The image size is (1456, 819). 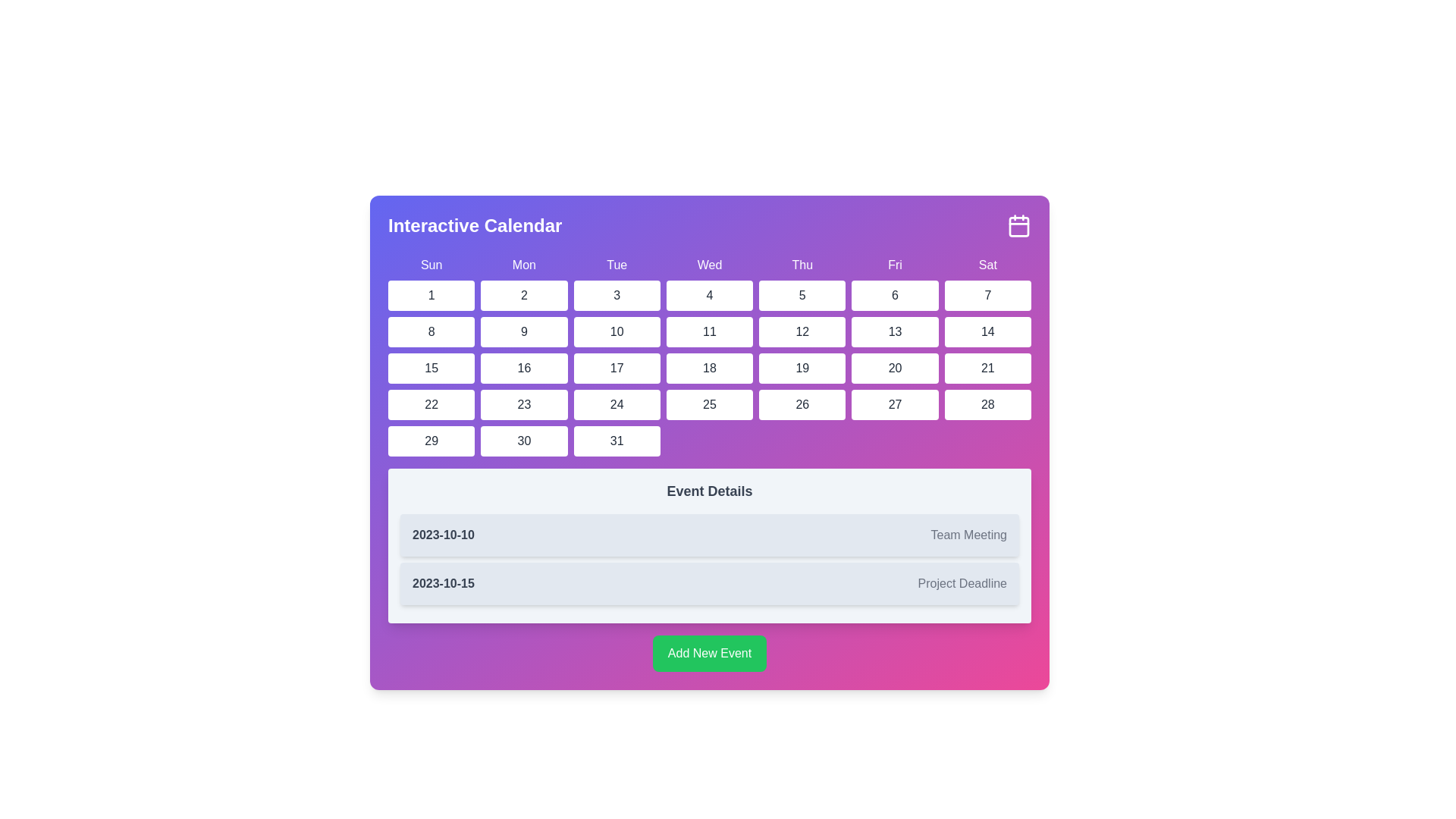 What do you see at coordinates (617, 369) in the screenshot?
I see `the calendar date button representing Tuesday, the 17th` at bounding box center [617, 369].